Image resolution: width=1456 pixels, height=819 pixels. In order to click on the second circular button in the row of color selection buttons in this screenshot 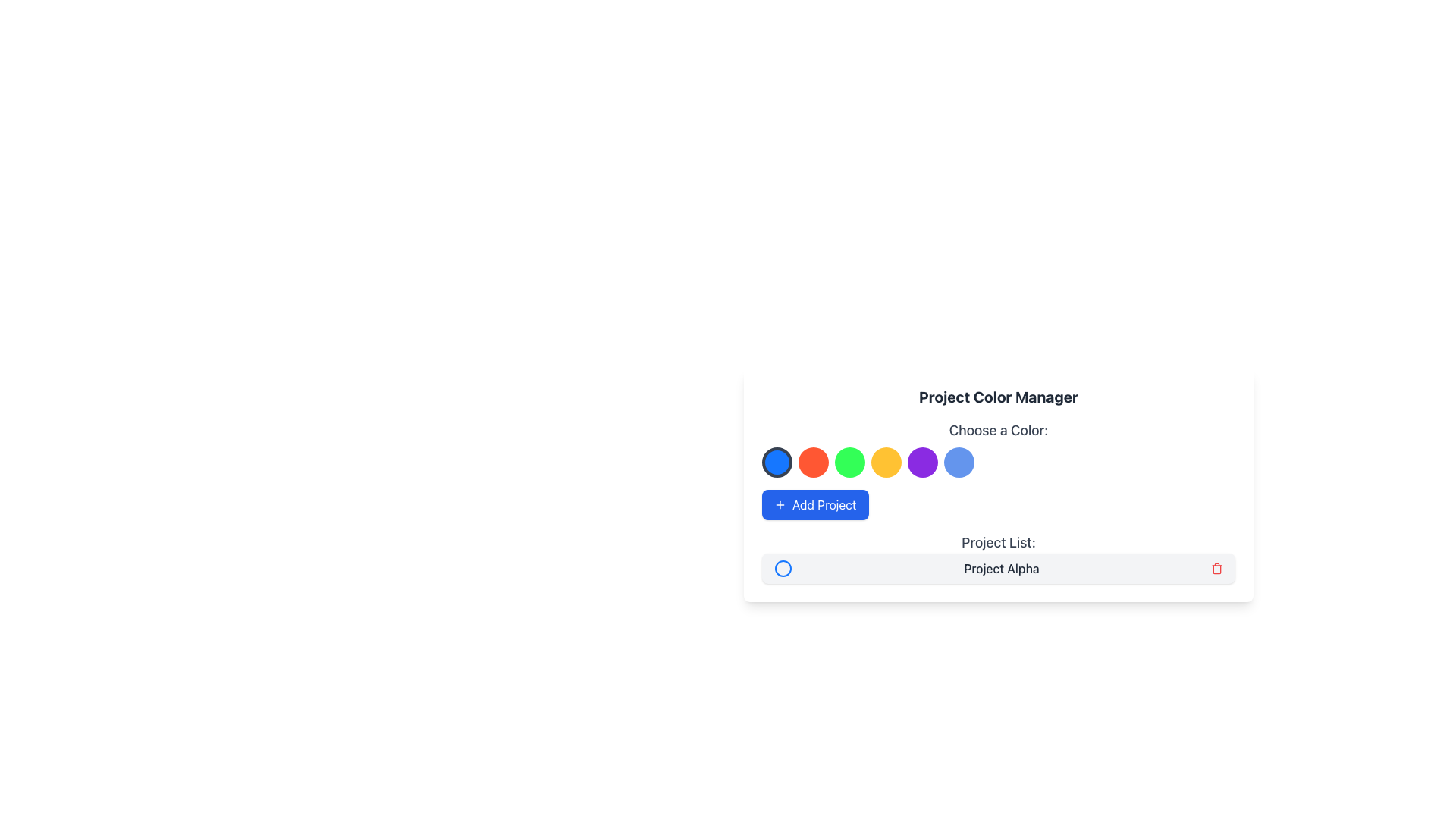, I will do `click(813, 461)`.